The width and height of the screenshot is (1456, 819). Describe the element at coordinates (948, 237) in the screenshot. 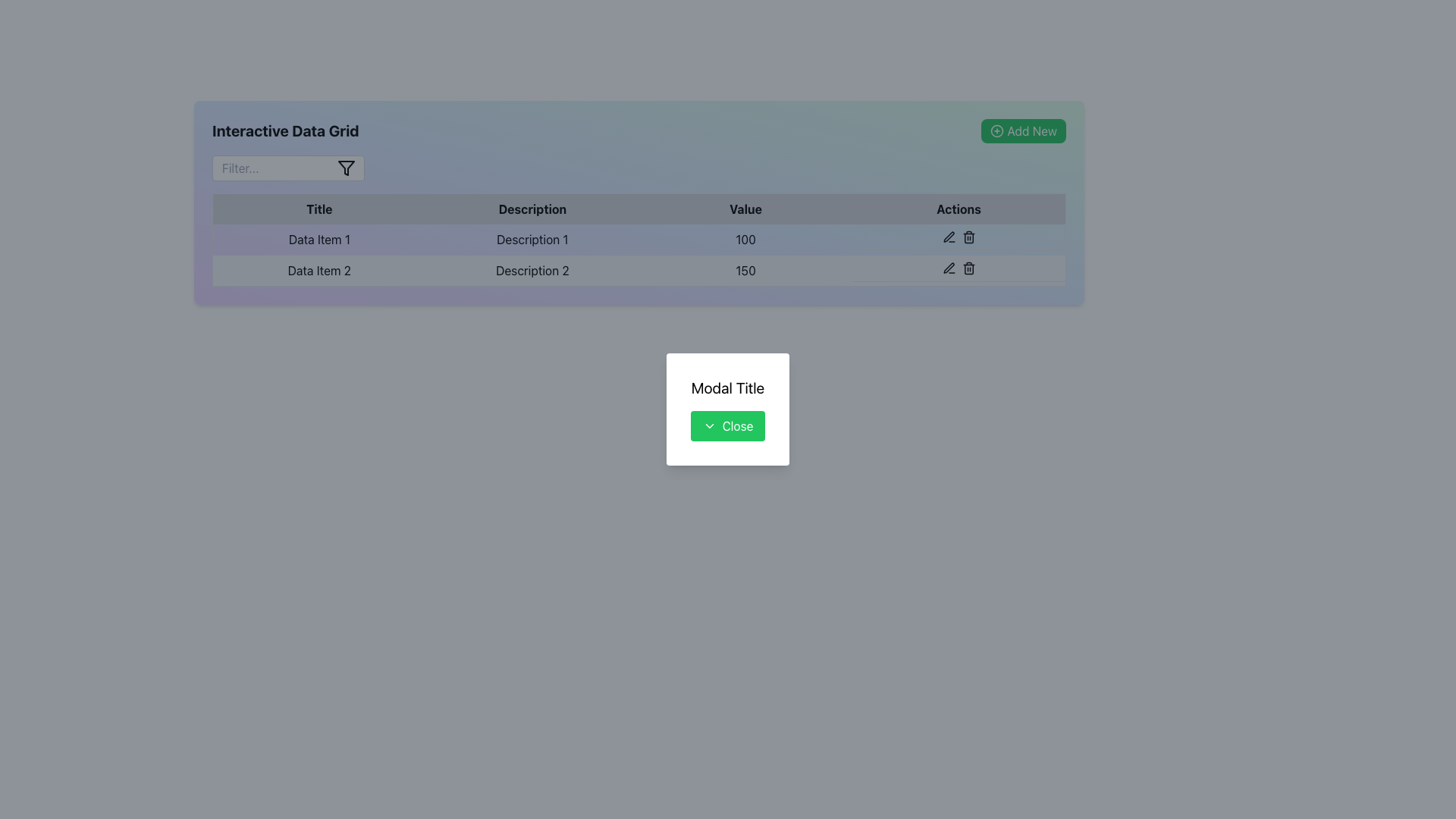

I see `the edit button, which is the first icon in the 'Actions' column for 'Data Item 2', to modify the corresponding data entry` at that location.